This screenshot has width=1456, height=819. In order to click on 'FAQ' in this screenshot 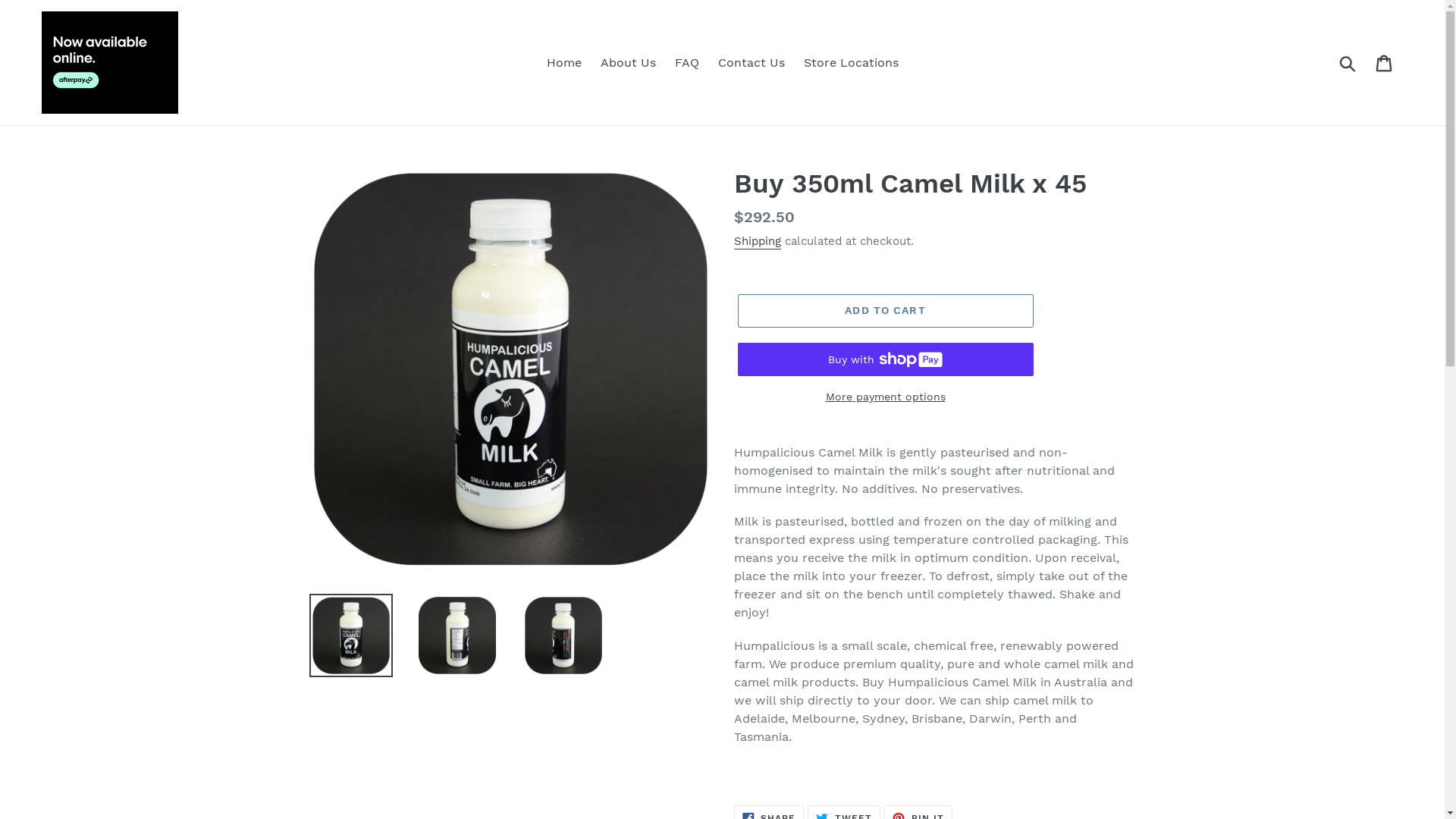, I will do `click(686, 62)`.